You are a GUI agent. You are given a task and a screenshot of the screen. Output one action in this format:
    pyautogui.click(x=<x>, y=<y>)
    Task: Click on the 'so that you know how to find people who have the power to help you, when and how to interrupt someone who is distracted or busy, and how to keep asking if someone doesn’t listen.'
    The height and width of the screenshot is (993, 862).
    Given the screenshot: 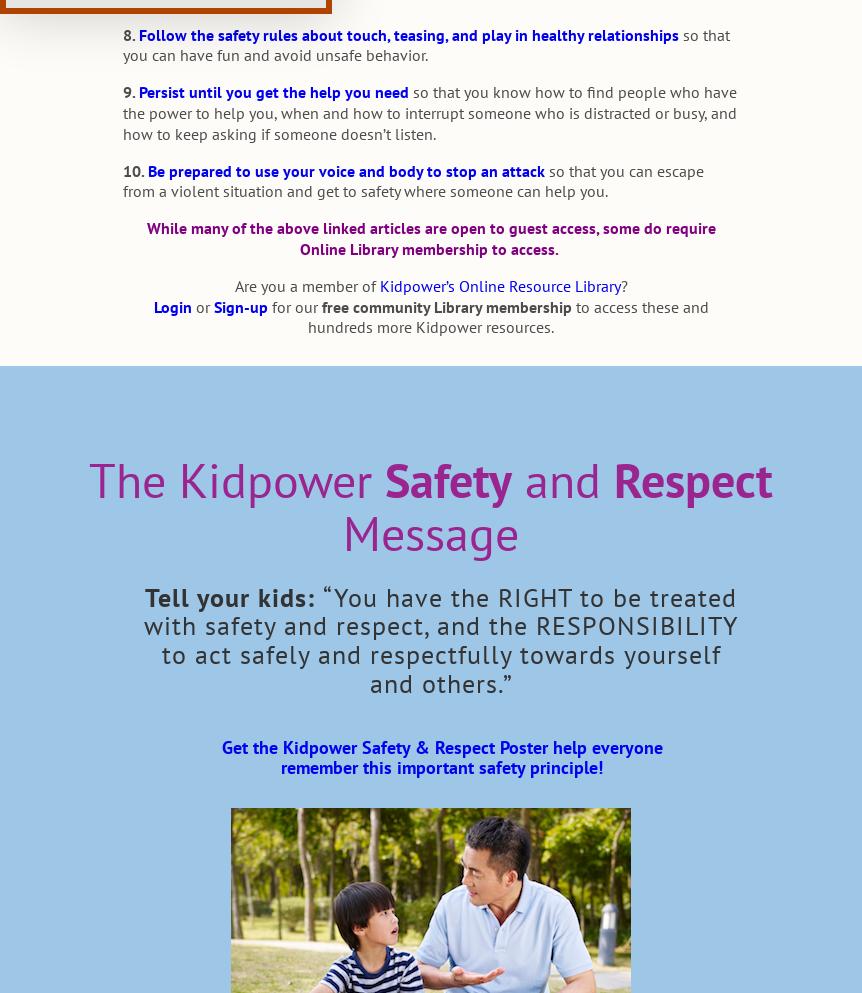 What is the action you would take?
    pyautogui.click(x=428, y=111)
    